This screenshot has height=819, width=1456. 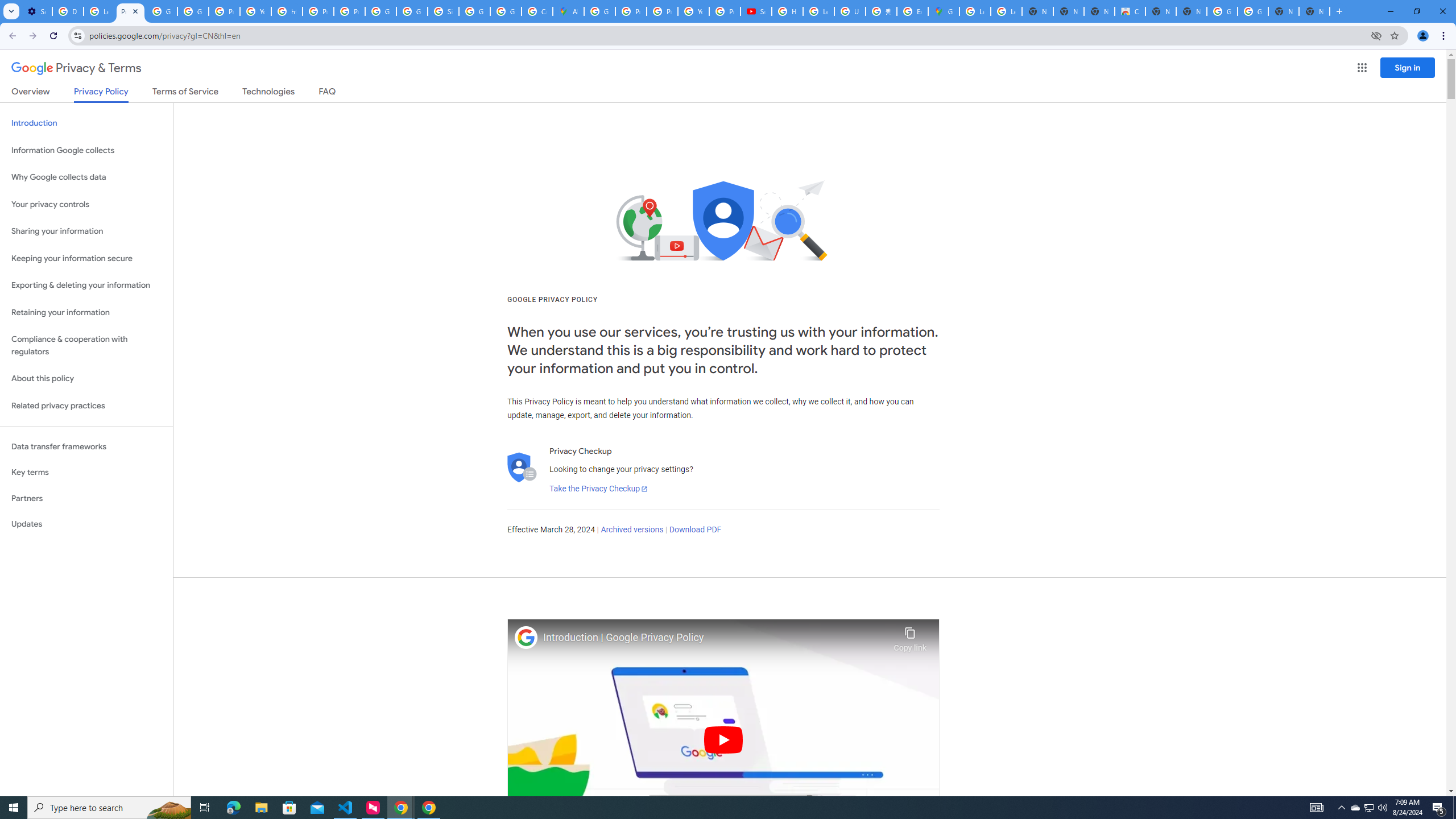 What do you see at coordinates (526, 636) in the screenshot?
I see `'Photo image of Google'` at bounding box center [526, 636].